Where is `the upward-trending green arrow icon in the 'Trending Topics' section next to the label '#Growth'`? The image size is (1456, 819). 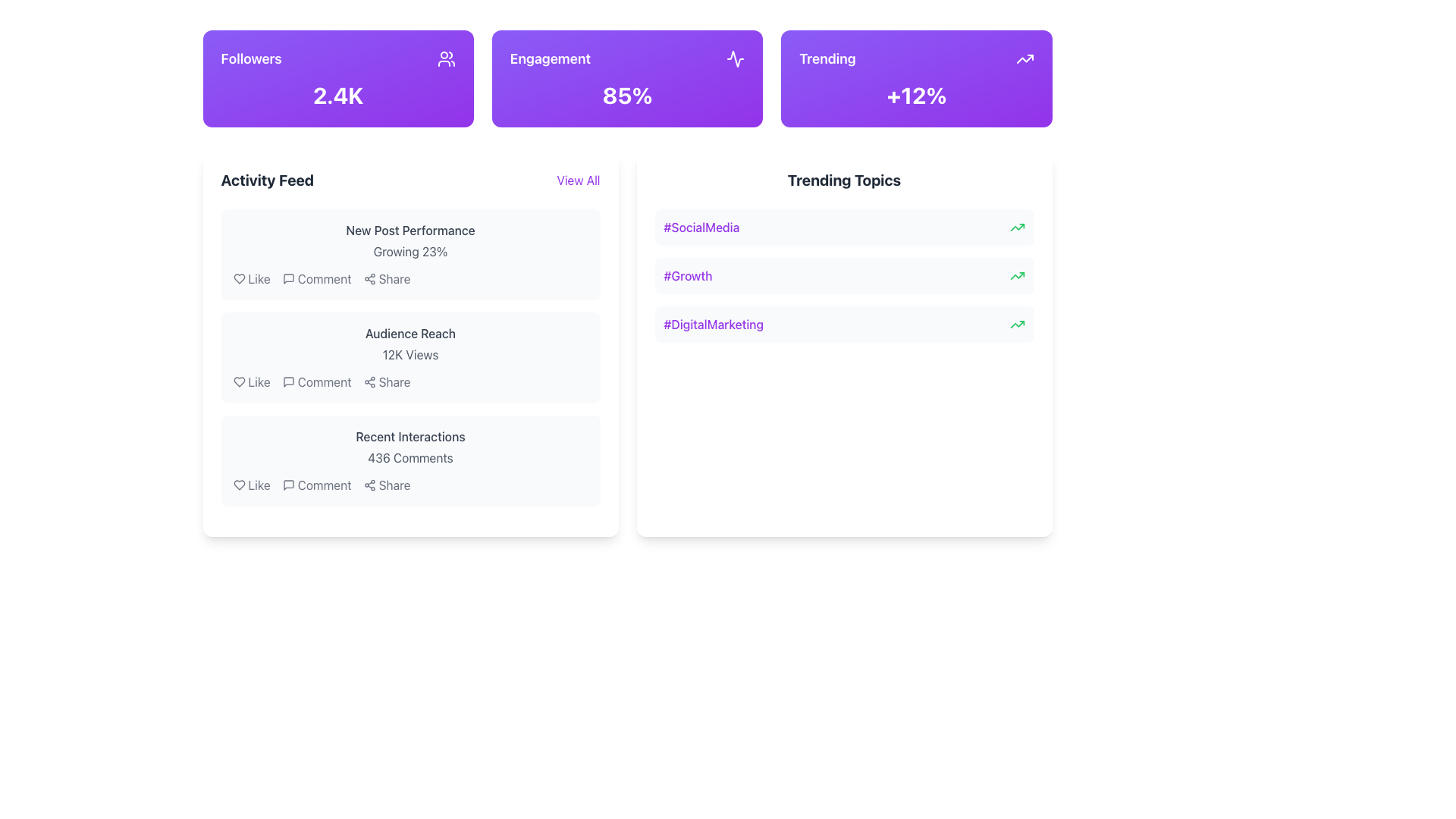
the upward-trending green arrow icon in the 'Trending Topics' section next to the label '#Growth' is located at coordinates (1017, 275).